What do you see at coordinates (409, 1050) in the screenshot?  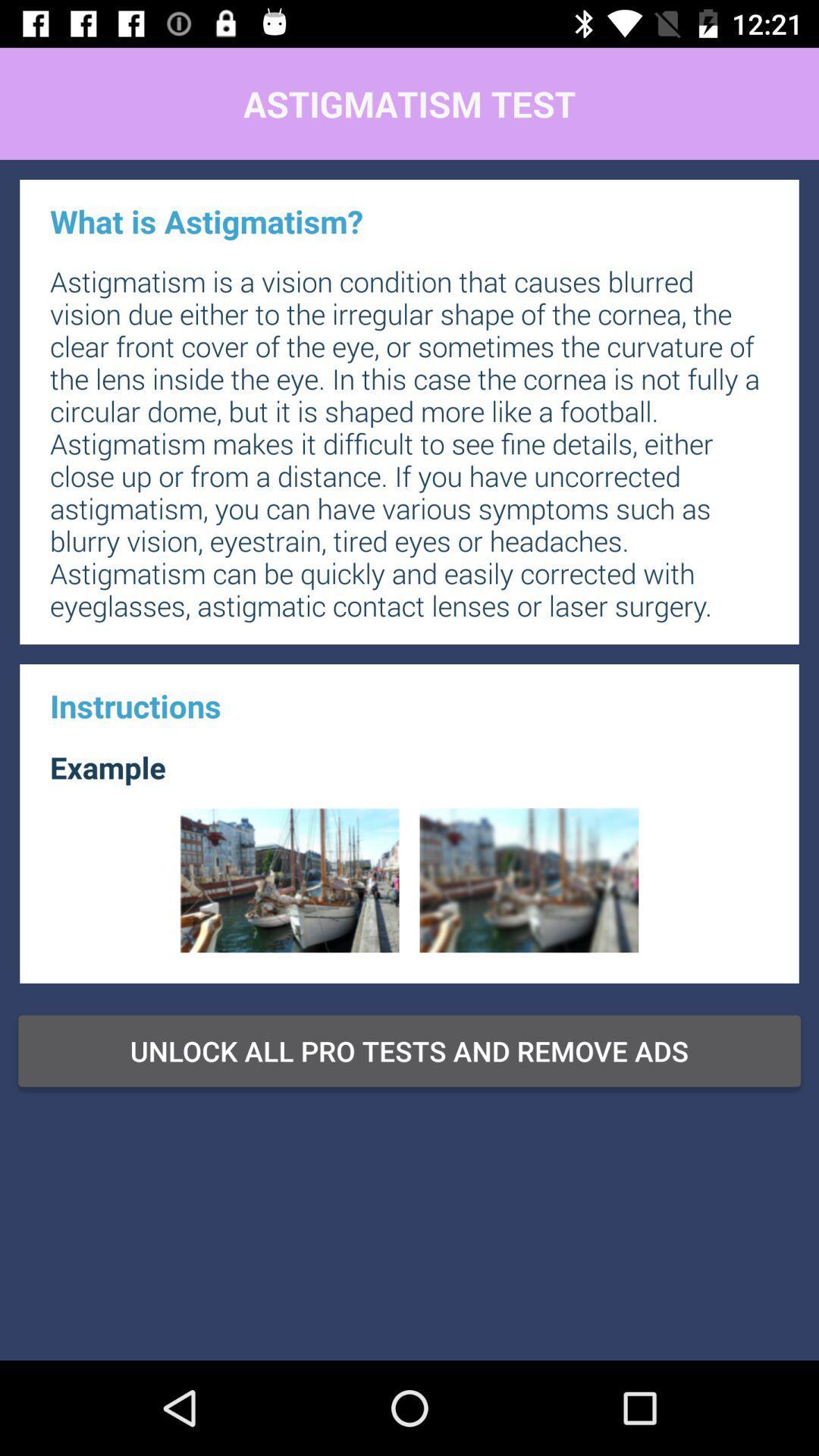 I see `the unlock all pro icon` at bounding box center [409, 1050].